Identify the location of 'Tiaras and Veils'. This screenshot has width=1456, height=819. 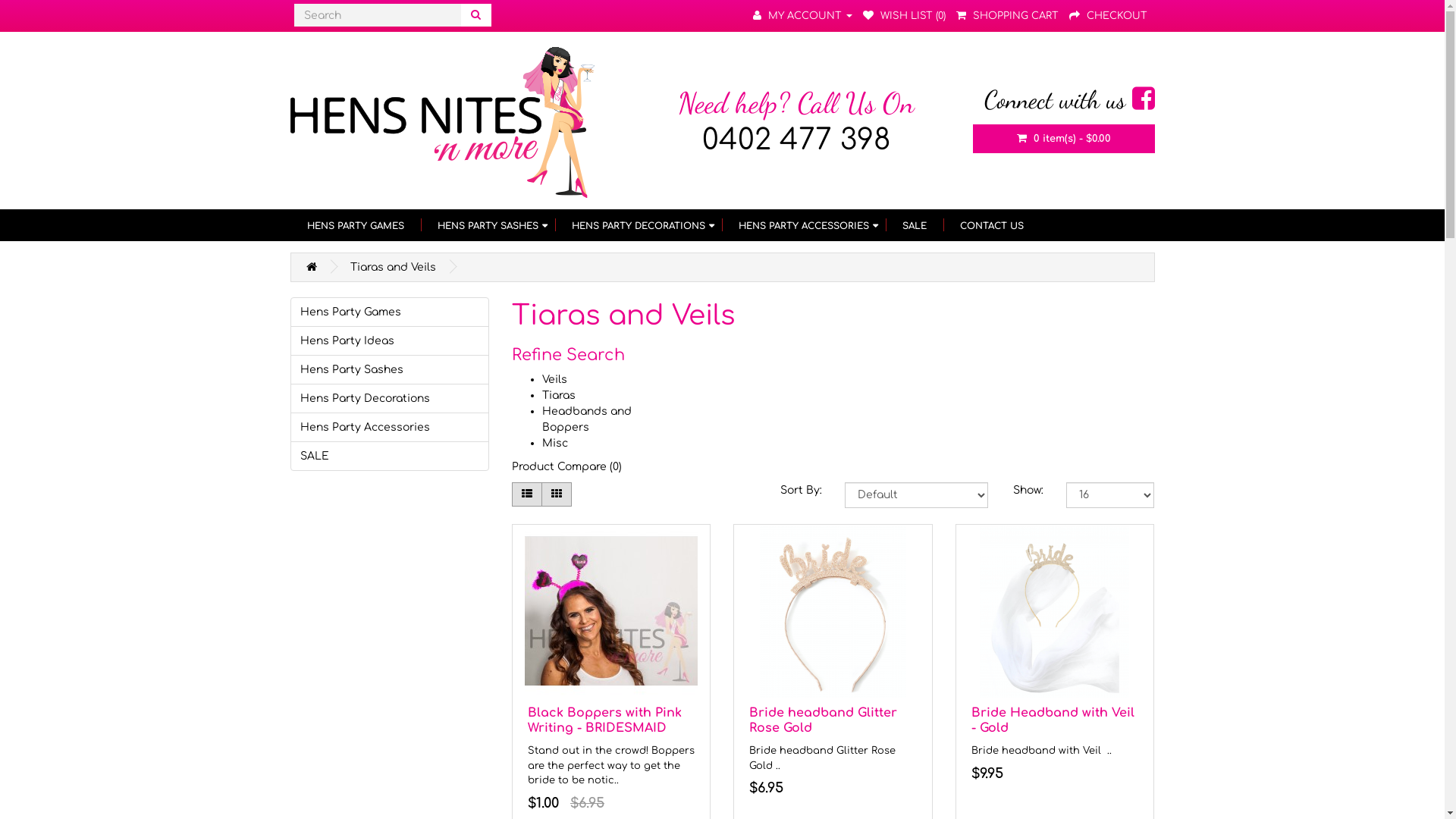
(393, 266).